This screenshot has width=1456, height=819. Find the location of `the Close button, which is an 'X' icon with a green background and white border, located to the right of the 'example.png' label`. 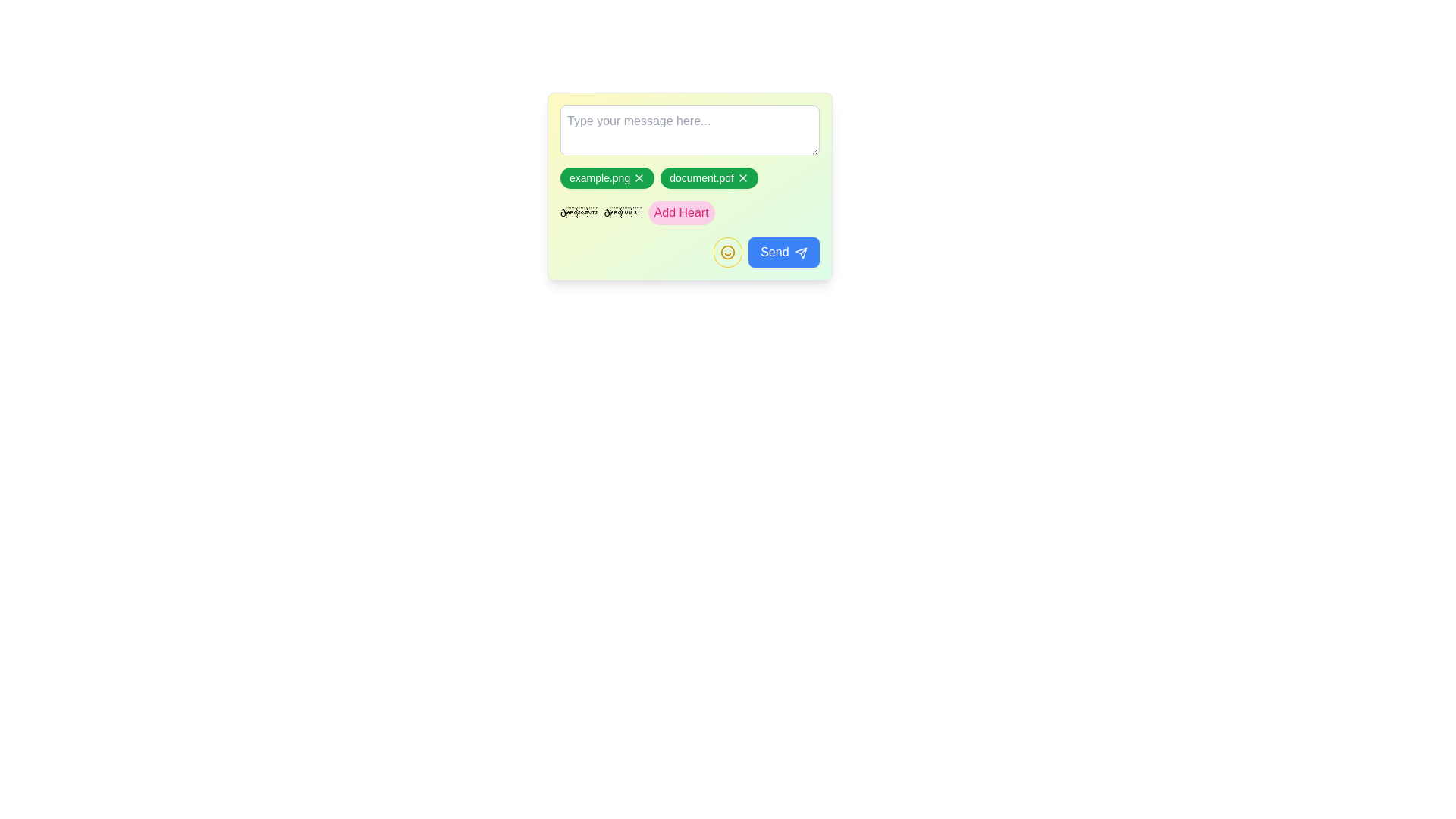

the Close button, which is an 'X' icon with a green background and white border, located to the right of the 'example.png' label is located at coordinates (639, 177).